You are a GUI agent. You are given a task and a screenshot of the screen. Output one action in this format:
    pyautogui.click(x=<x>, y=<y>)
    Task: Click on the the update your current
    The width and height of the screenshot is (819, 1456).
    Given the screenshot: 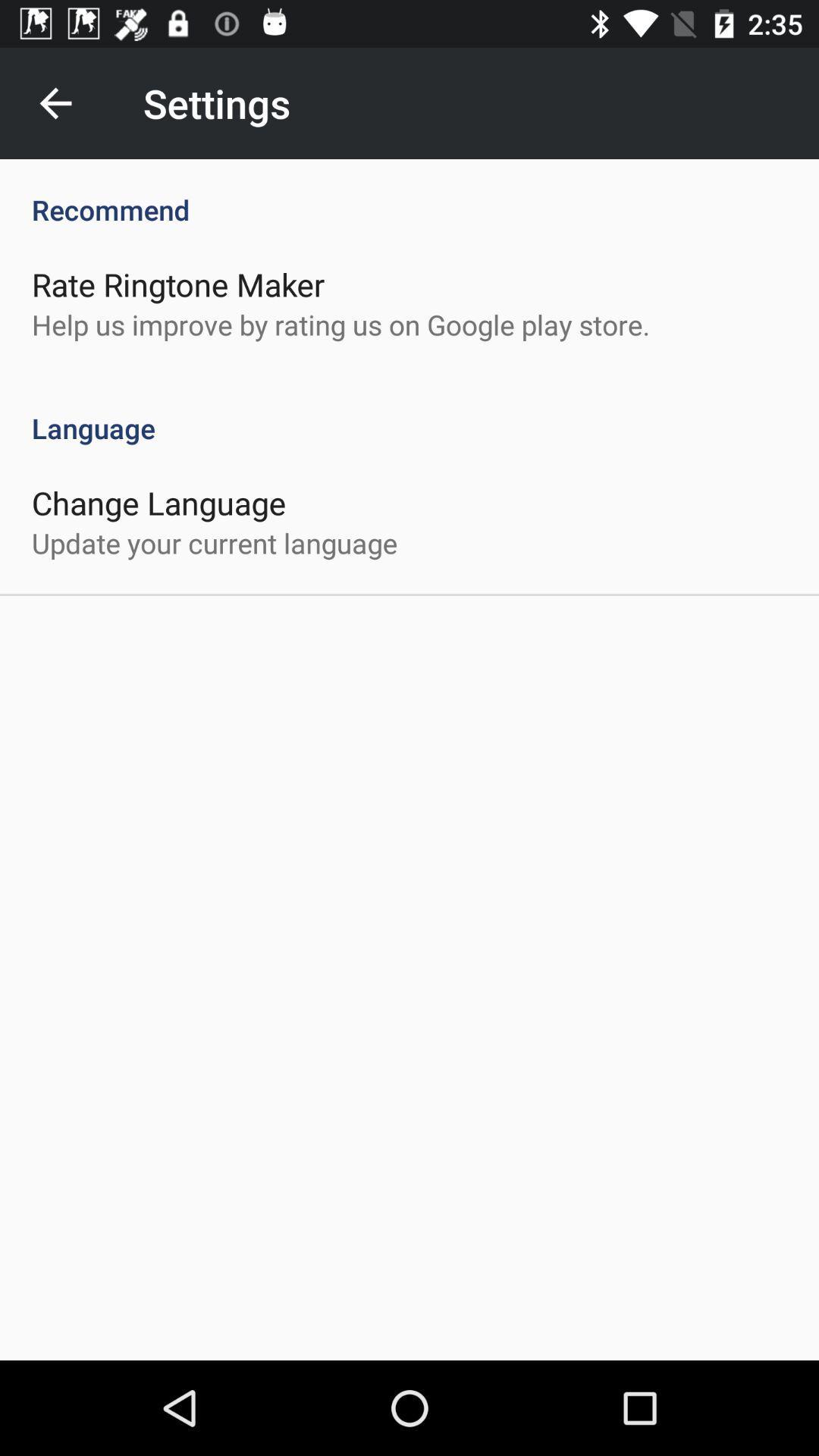 What is the action you would take?
    pyautogui.click(x=215, y=543)
    